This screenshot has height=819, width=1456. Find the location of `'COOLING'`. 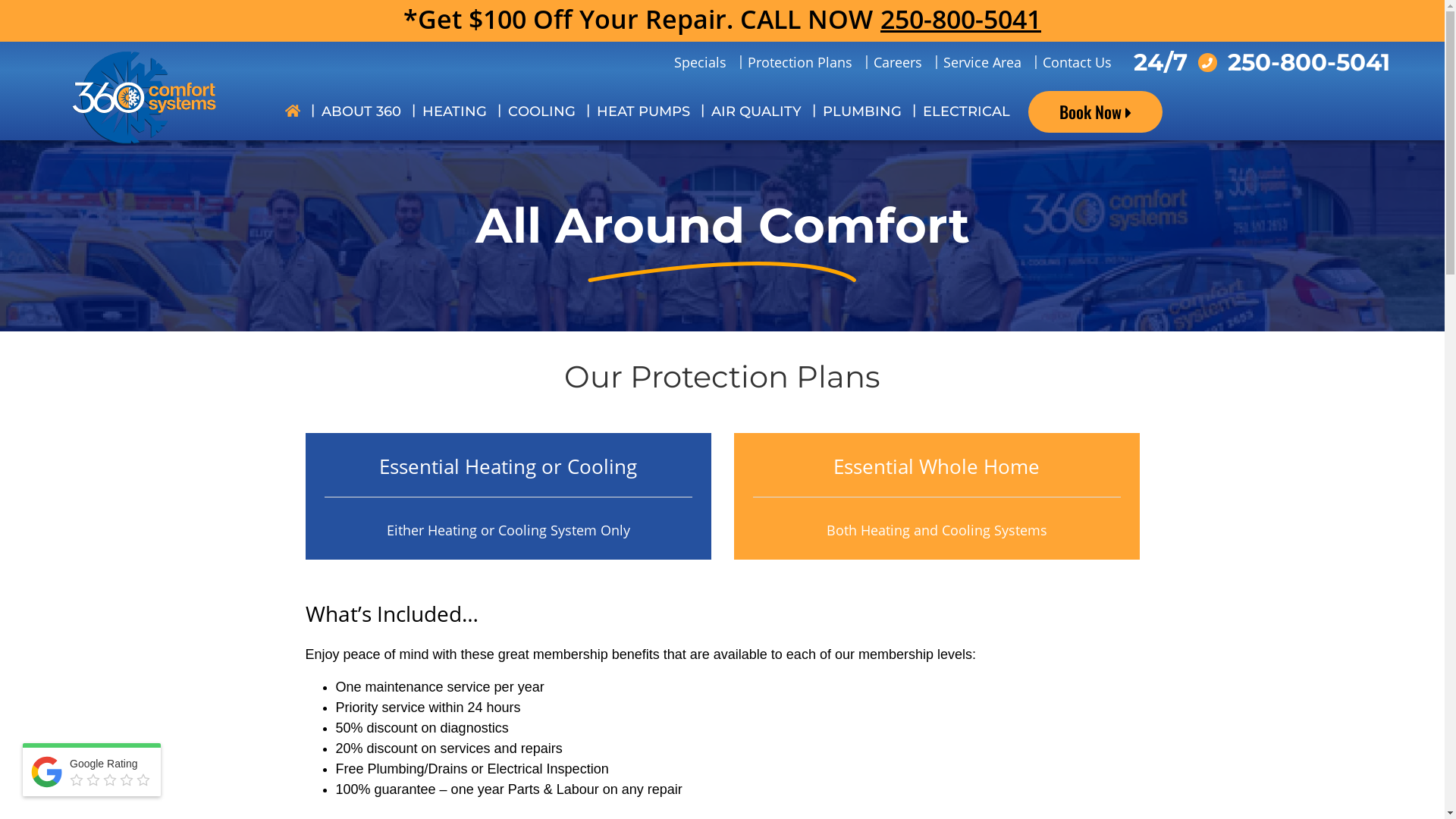

'COOLING' is located at coordinates (541, 111).